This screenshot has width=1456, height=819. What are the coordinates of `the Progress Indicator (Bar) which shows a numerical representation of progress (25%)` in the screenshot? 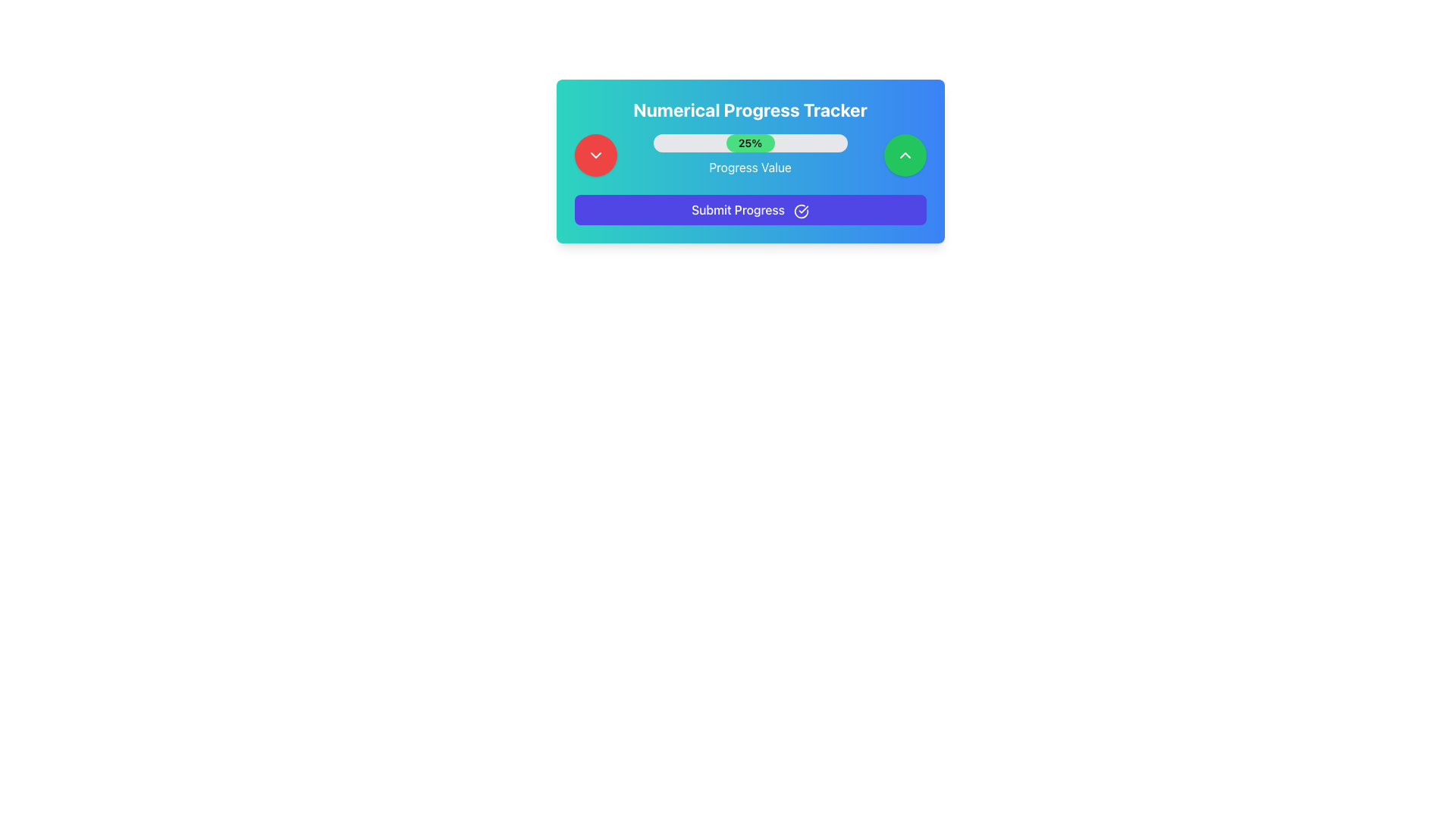 It's located at (750, 161).